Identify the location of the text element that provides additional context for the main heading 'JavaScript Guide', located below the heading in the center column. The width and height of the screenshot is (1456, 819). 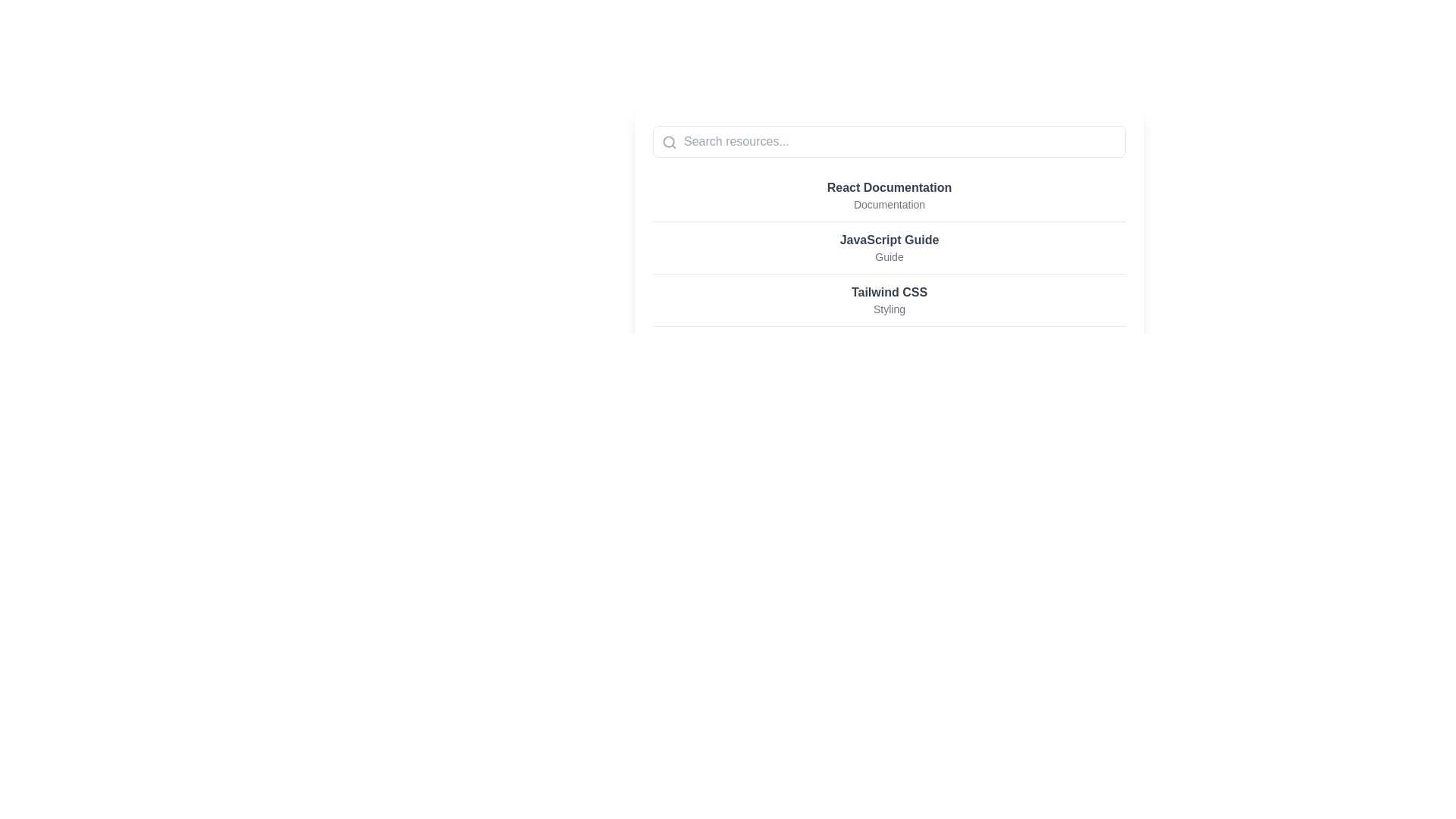
(889, 256).